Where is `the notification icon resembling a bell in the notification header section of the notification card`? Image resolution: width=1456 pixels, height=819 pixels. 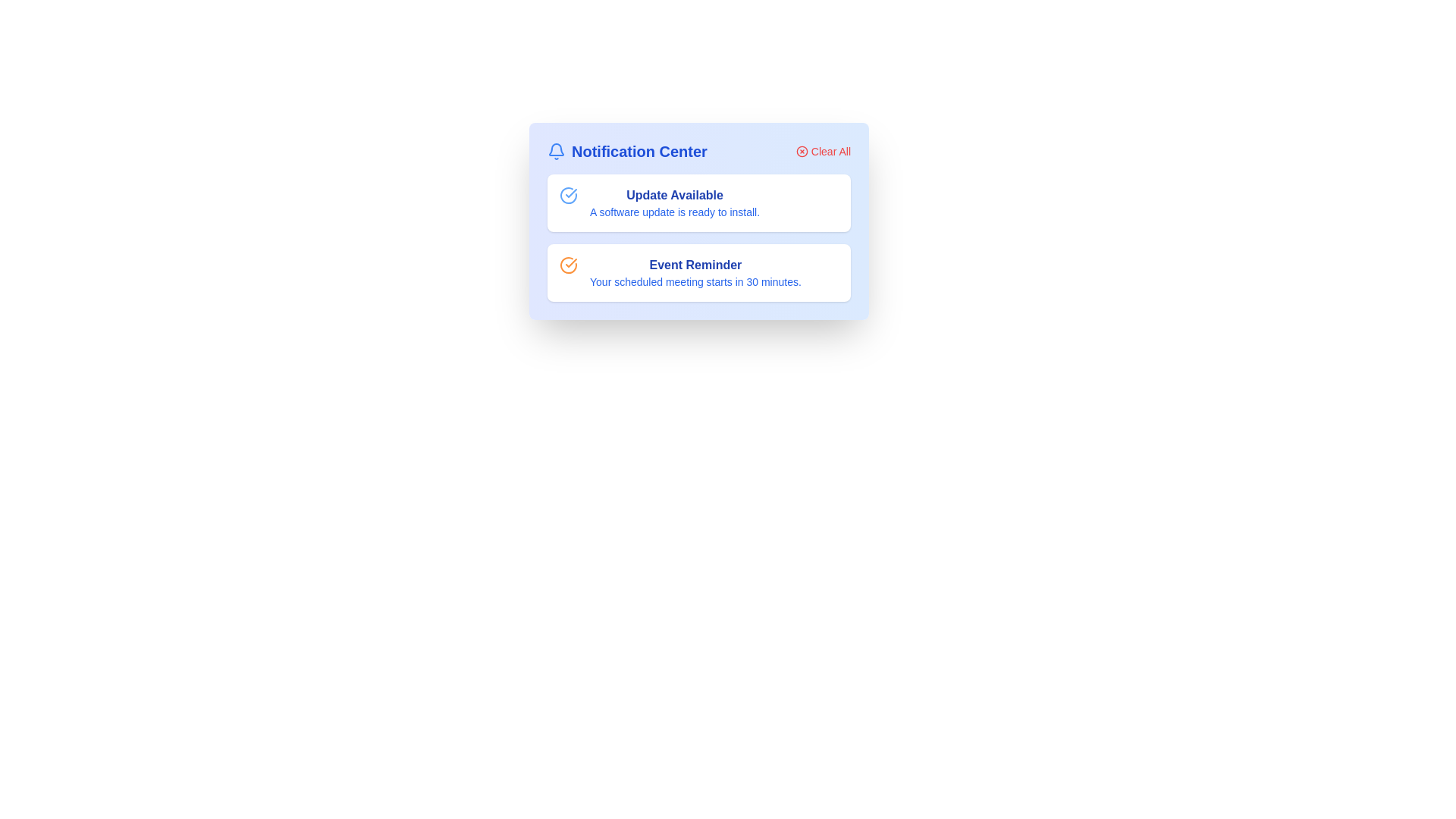
the notification icon resembling a bell in the notification header section of the notification card is located at coordinates (556, 149).